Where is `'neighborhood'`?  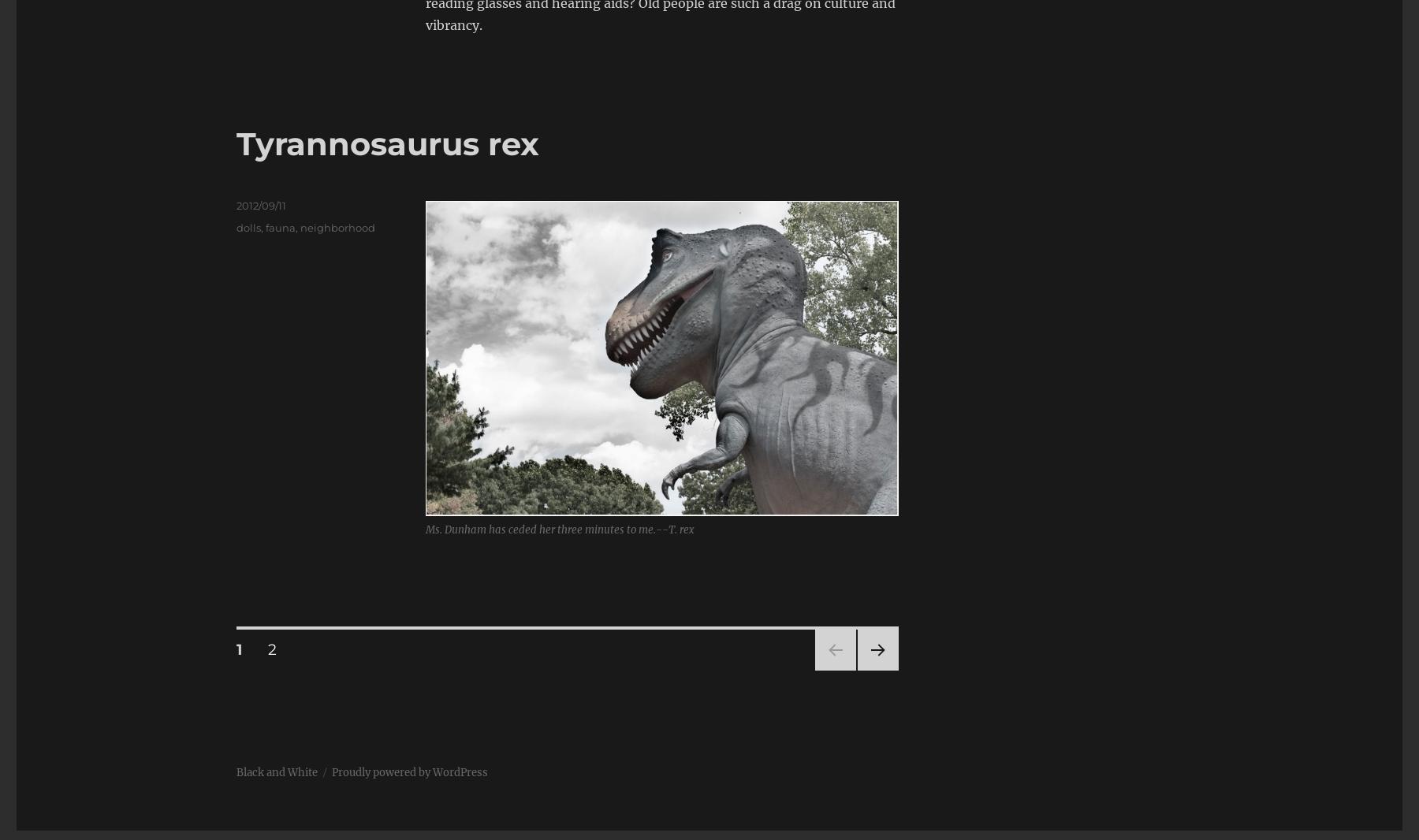 'neighborhood' is located at coordinates (337, 227).